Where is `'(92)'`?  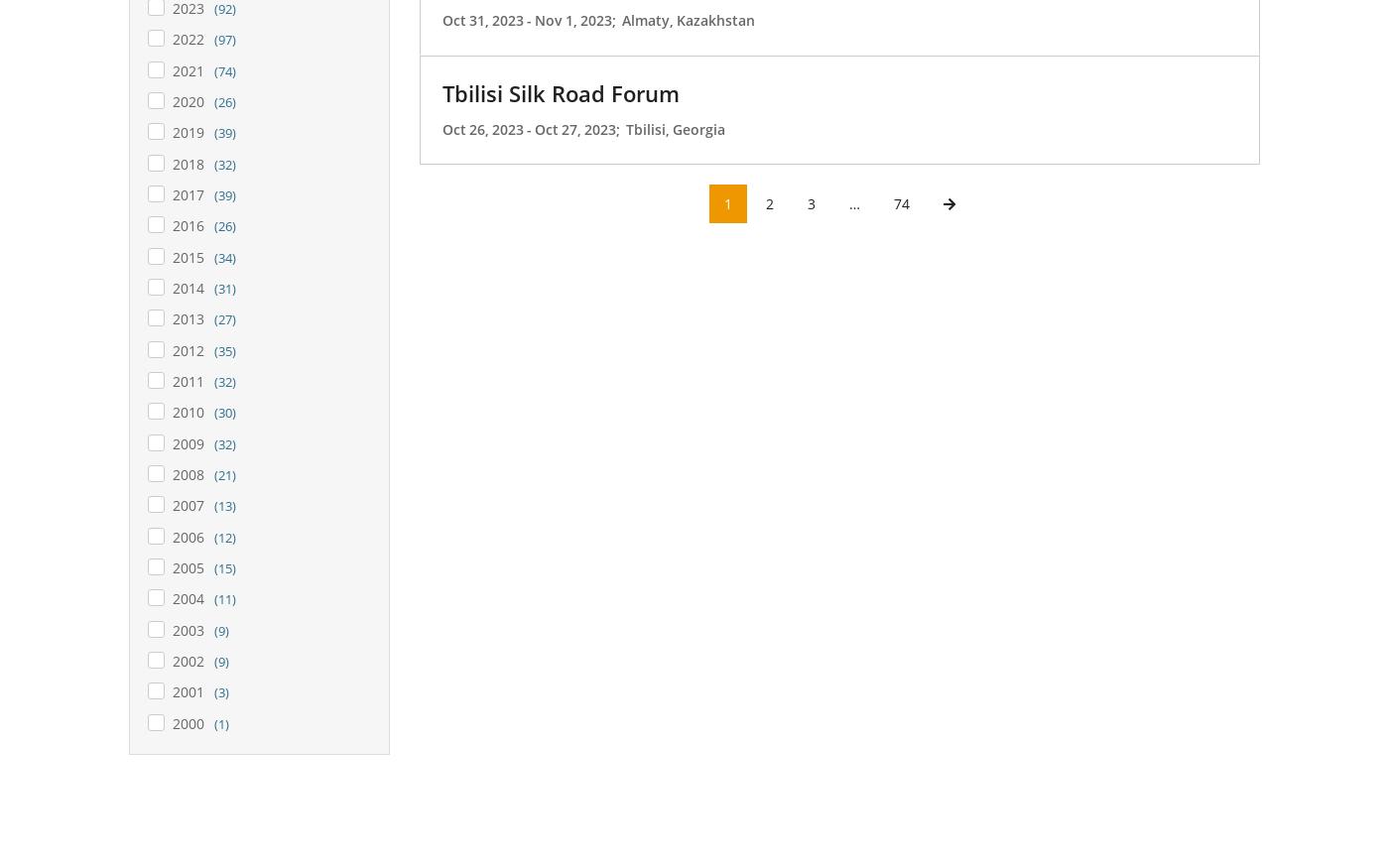
'(92)' is located at coordinates (223, 8).